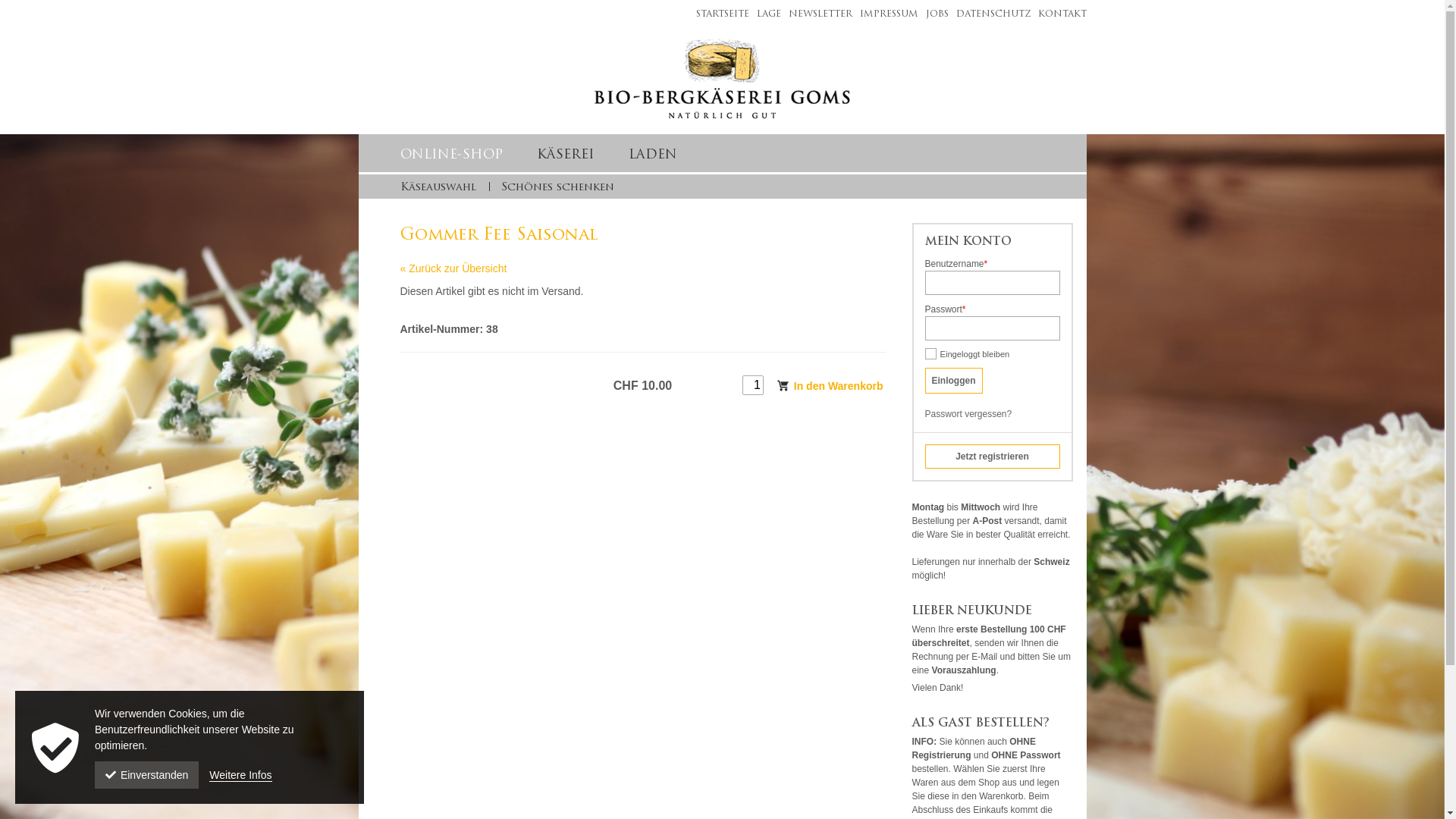  Describe the element at coordinates (924, 379) in the screenshot. I see `'Einloggen'` at that location.